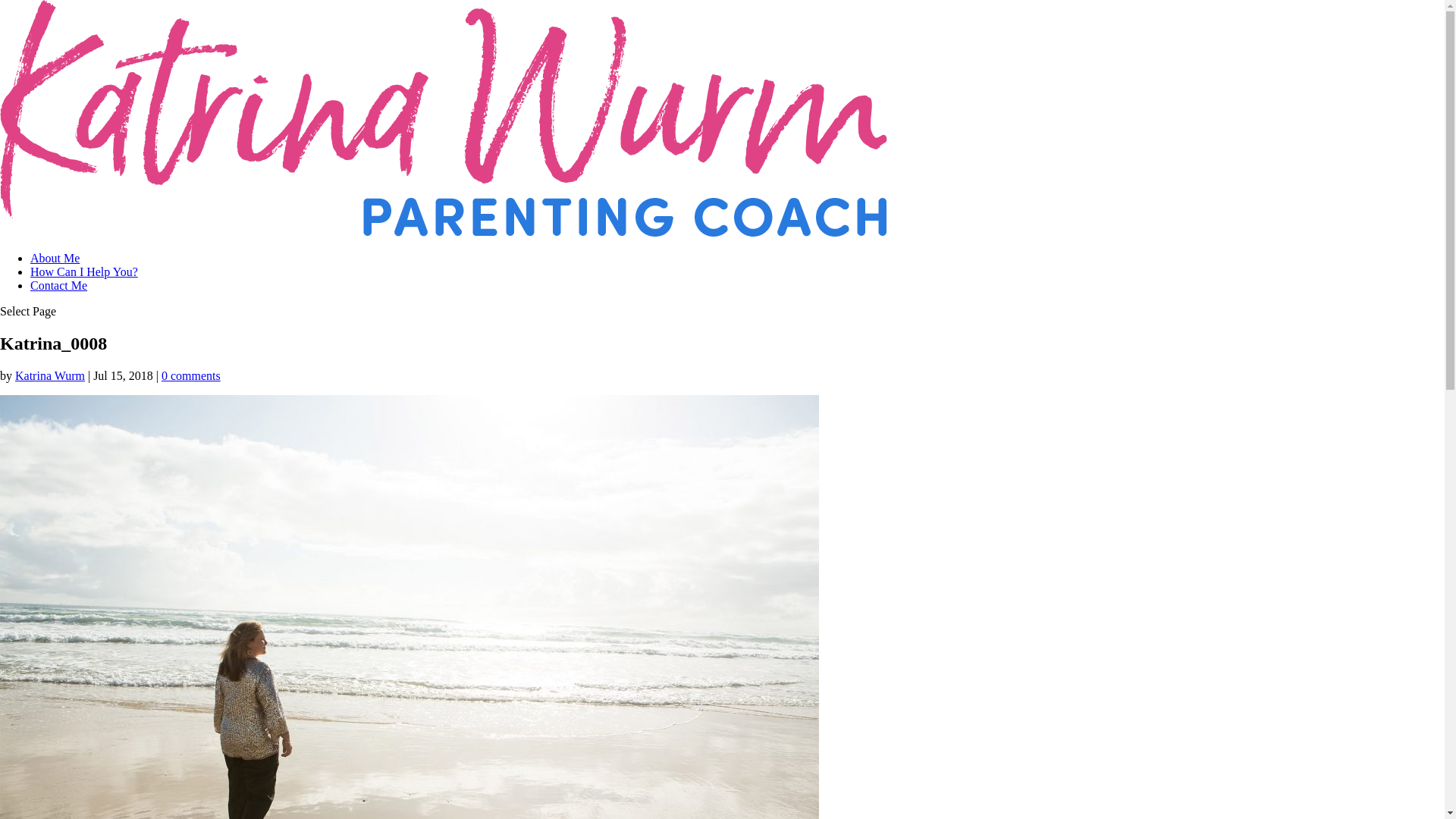 The height and width of the screenshot is (819, 1456). Describe the element at coordinates (190, 375) in the screenshot. I see `'0 comments'` at that location.